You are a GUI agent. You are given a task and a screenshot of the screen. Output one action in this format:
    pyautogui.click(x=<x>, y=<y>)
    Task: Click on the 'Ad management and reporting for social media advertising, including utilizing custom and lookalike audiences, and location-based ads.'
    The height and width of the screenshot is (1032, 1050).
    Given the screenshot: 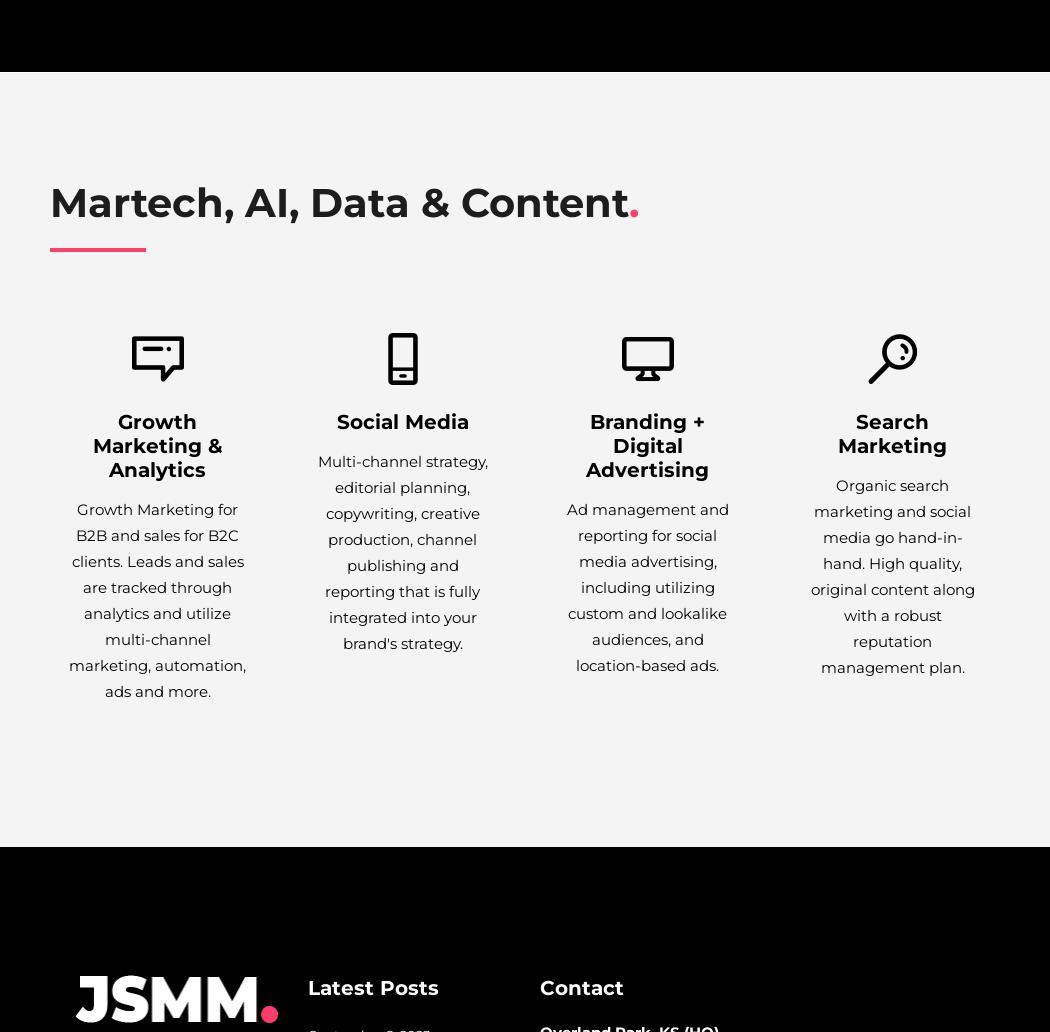 What is the action you would take?
    pyautogui.click(x=564, y=587)
    